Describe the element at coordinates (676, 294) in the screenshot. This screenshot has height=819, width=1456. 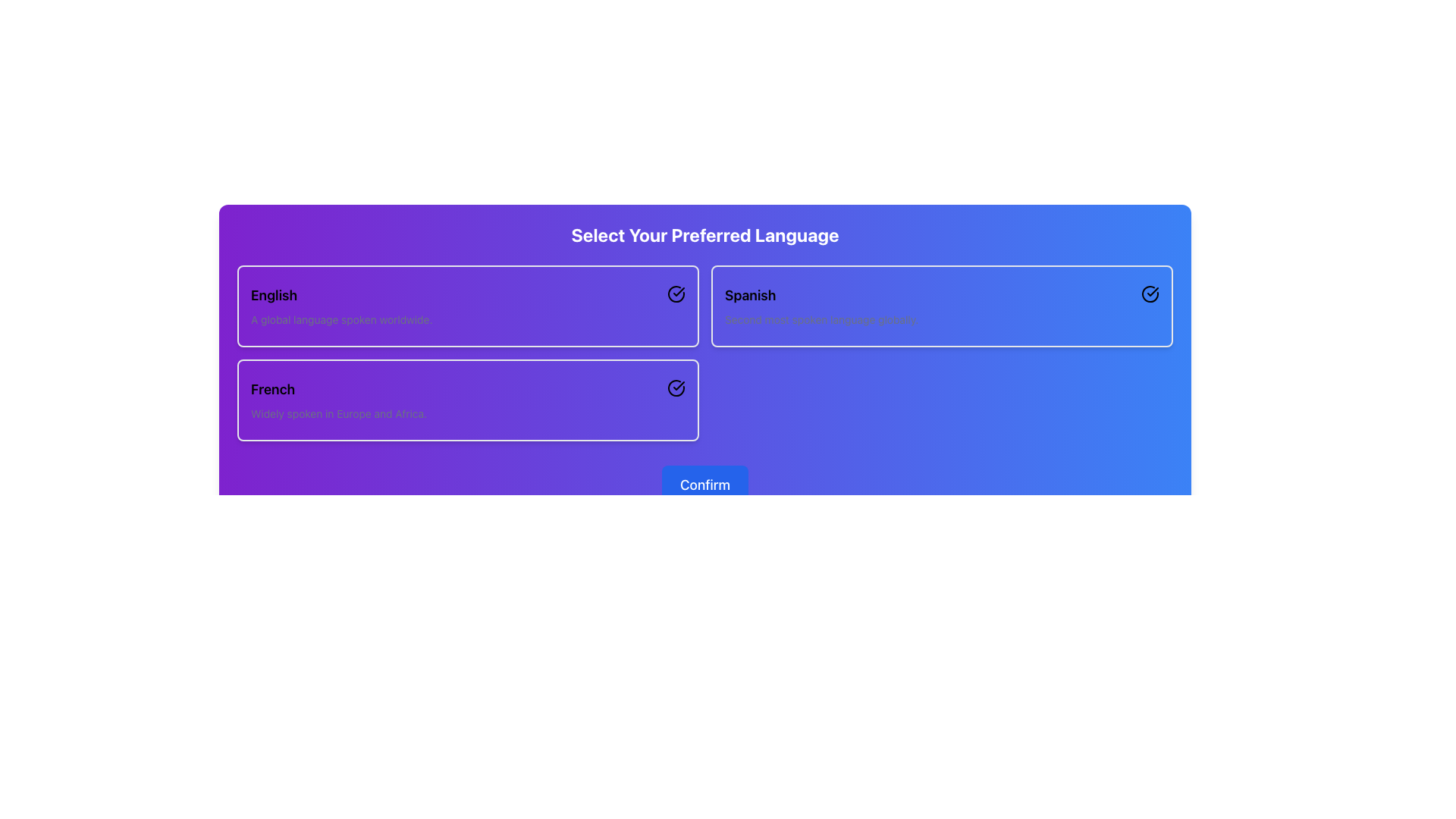
I see `the icon that represents the selection status of the 'English' language option in the language selection interface, located in the top-left card of the language selection section` at that location.